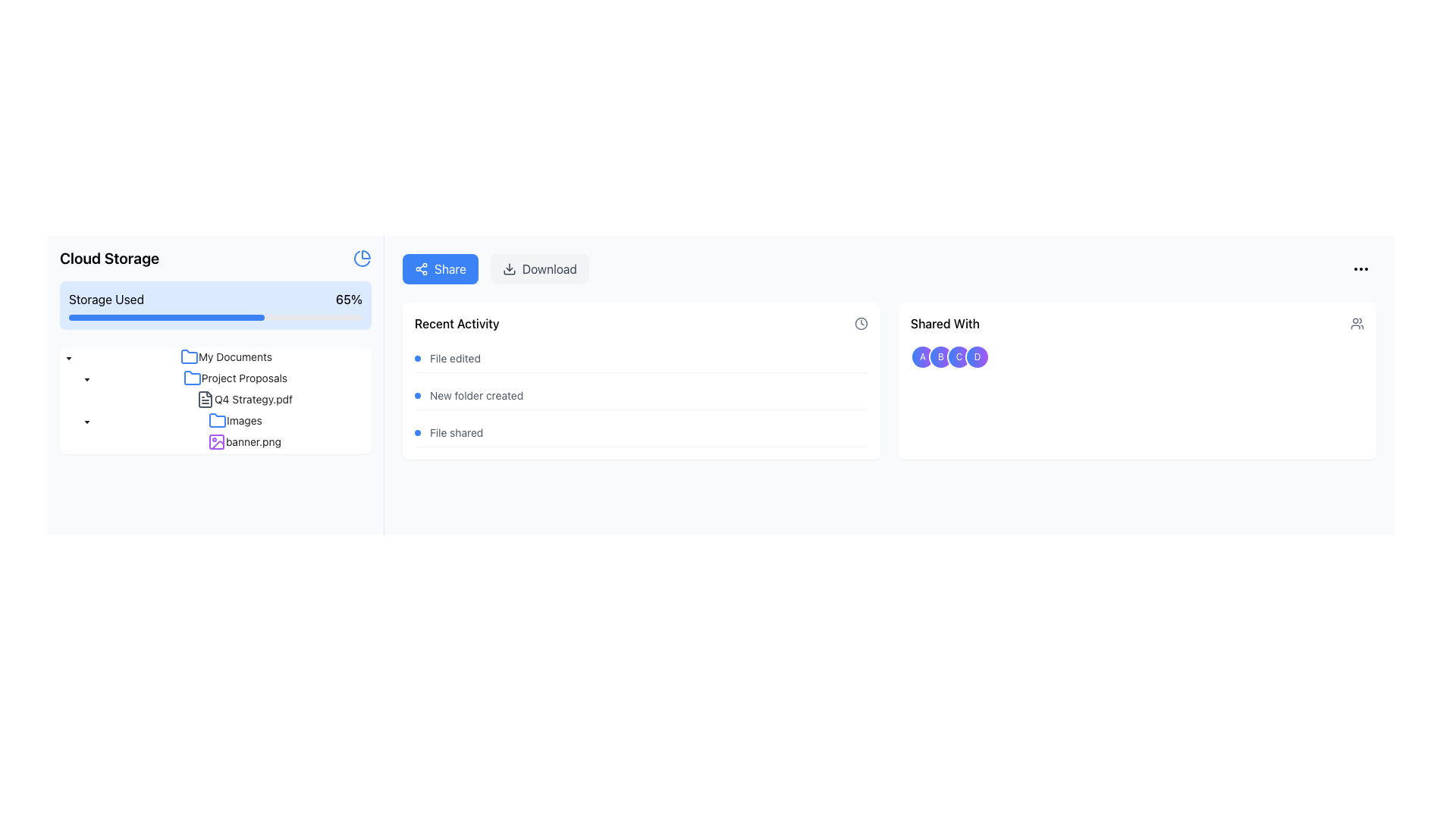  I want to click on the circular icon with a gradient background labeled 'C' in the 'Shared With' section for information, so click(959, 356).